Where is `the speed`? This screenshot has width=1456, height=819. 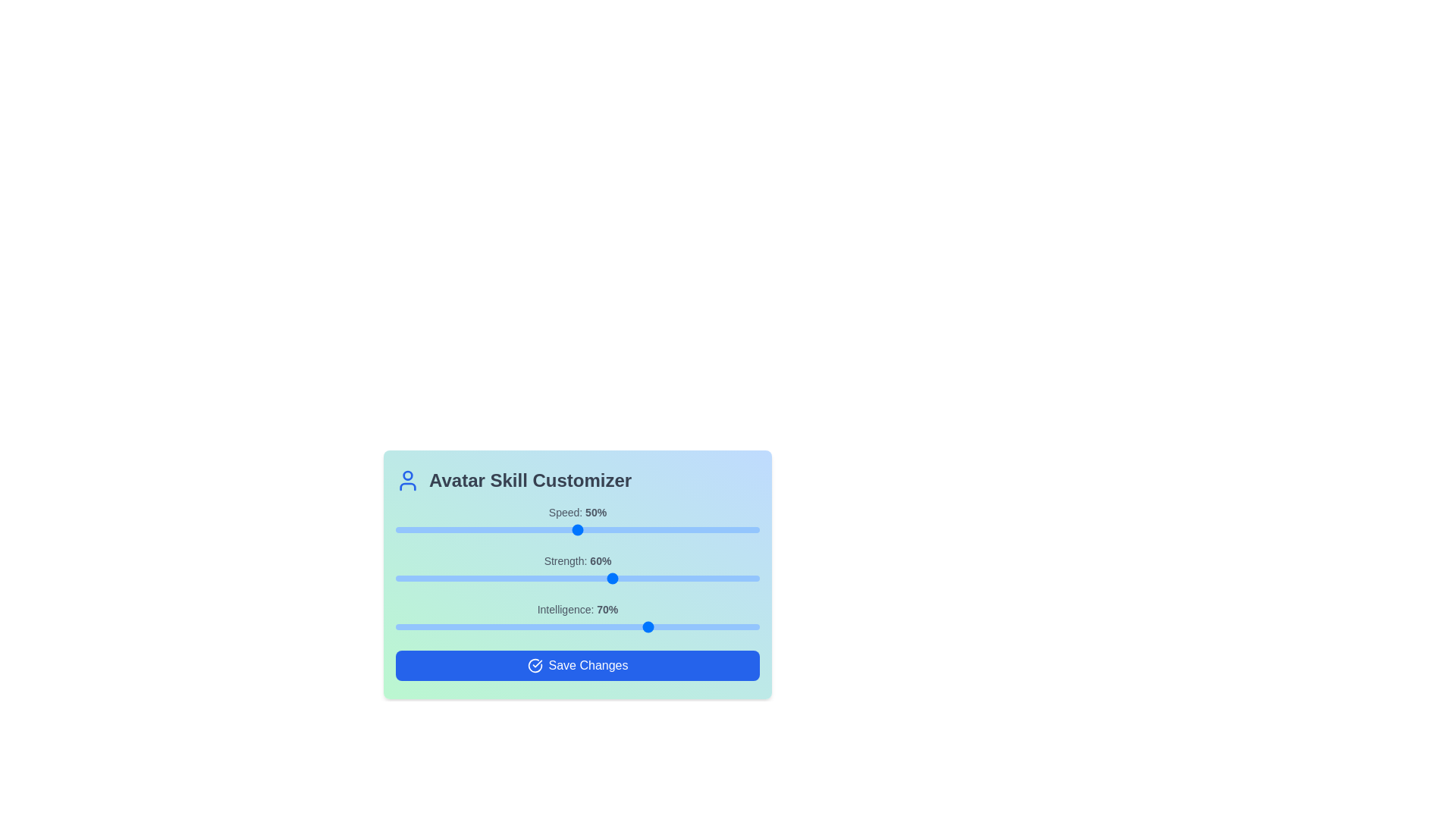 the speed is located at coordinates (711, 529).